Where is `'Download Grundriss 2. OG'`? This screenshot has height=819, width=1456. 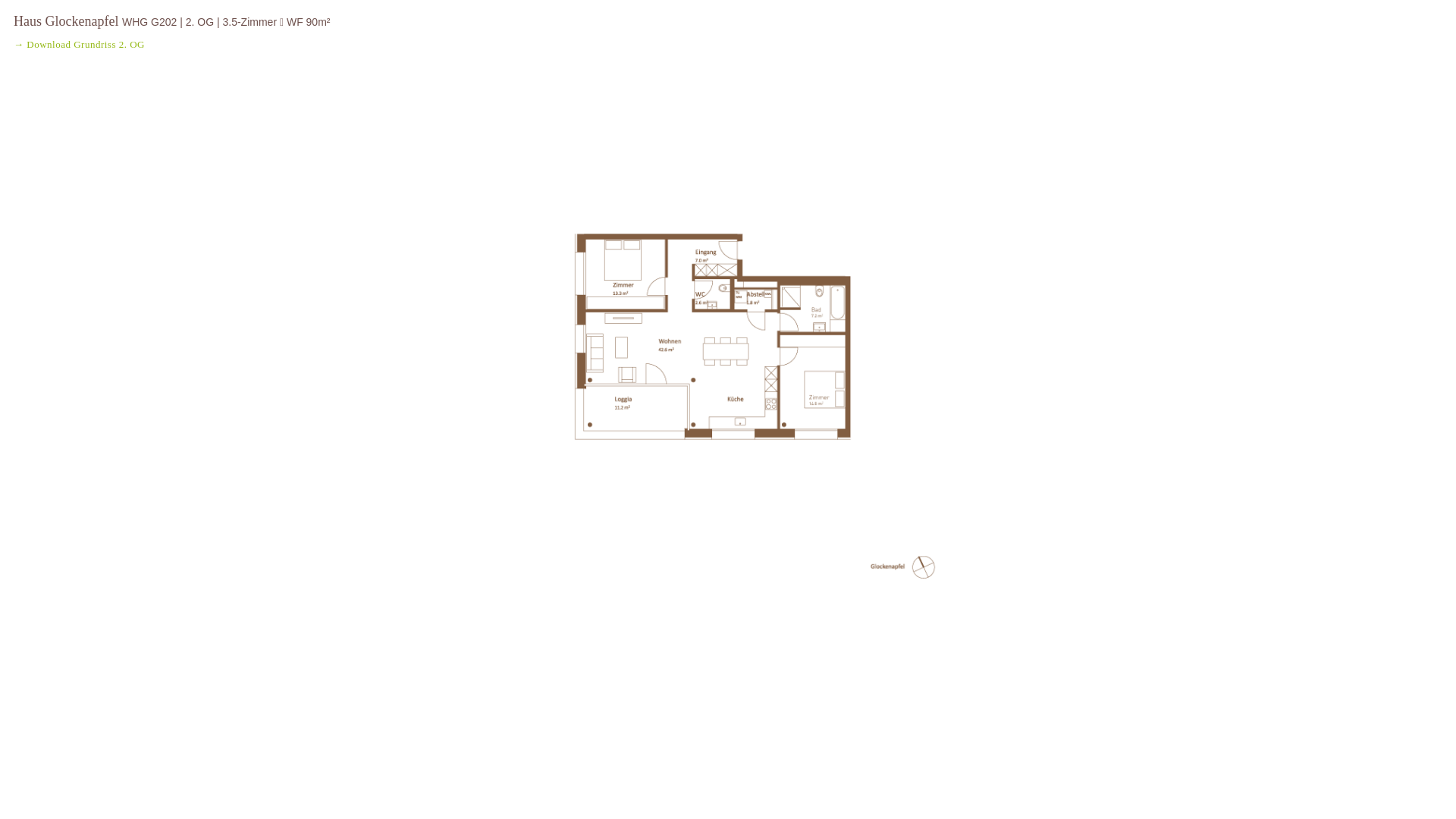 'Download Grundriss 2. OG' is located at coordinates (85, 43).